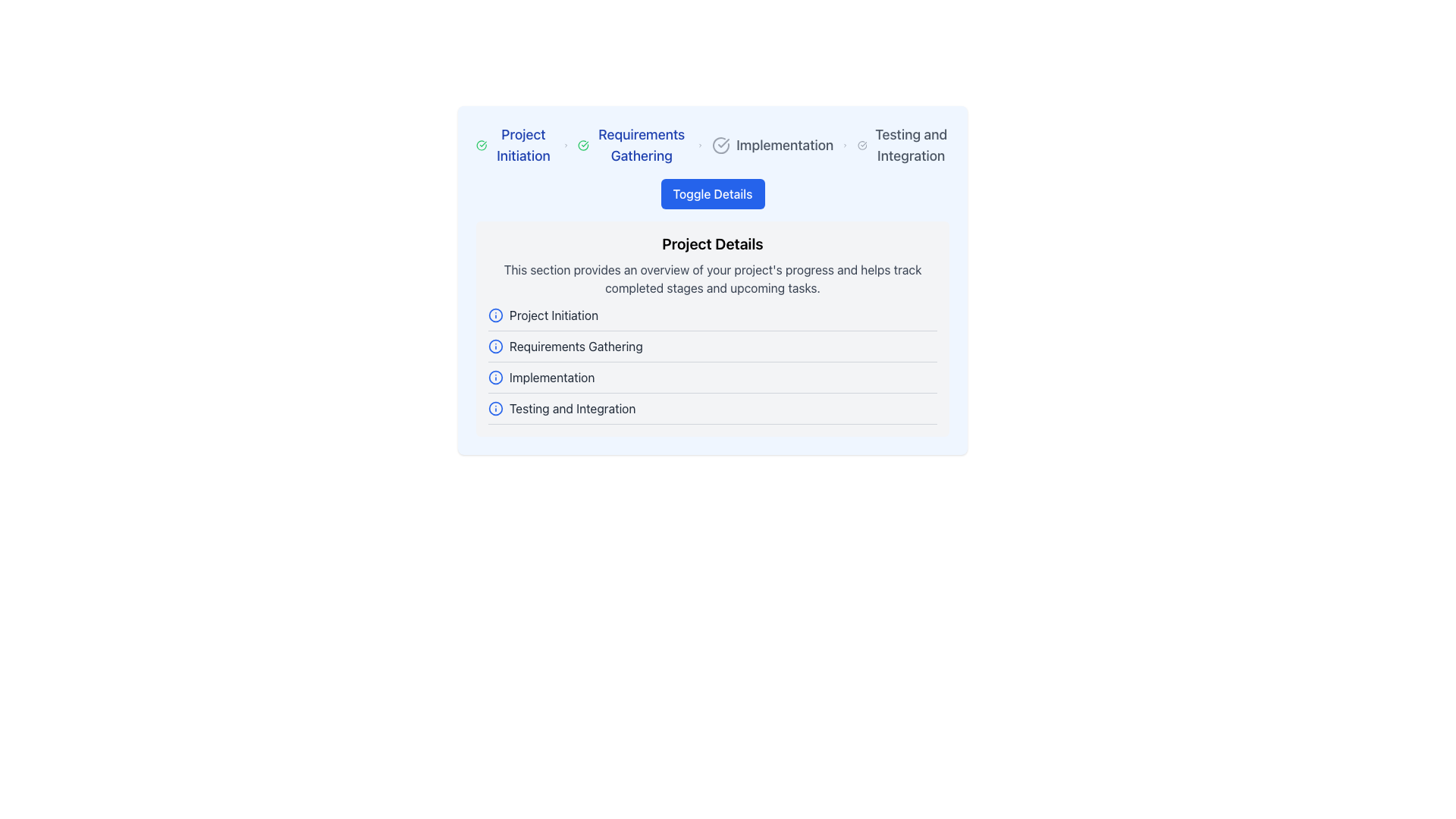 The height and width of the screenshot is (819, 1456). What do you see at coordinates (632, 146) in the screenshot?
I see `the interactive label indicating the 'Requirements Gathering' step in the project timeline` at bounding box center [632, 146].